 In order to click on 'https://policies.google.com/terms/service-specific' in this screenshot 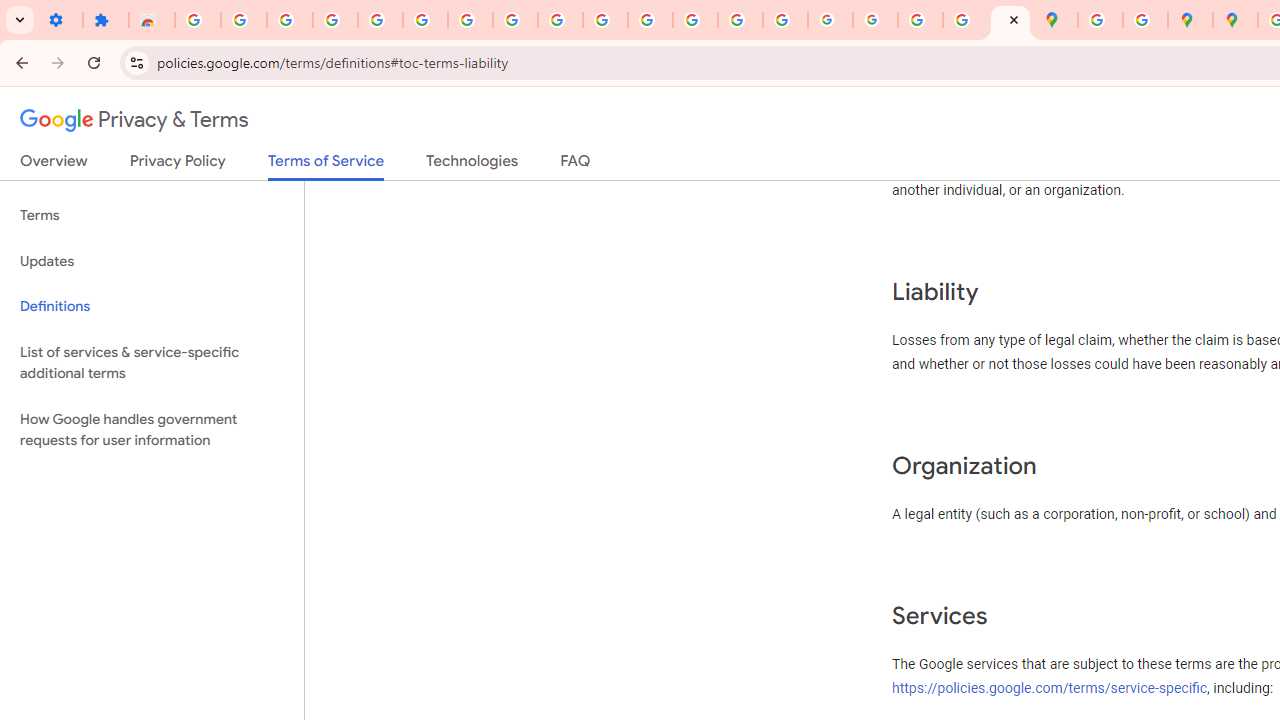, I will do `click(1049, 686)`.